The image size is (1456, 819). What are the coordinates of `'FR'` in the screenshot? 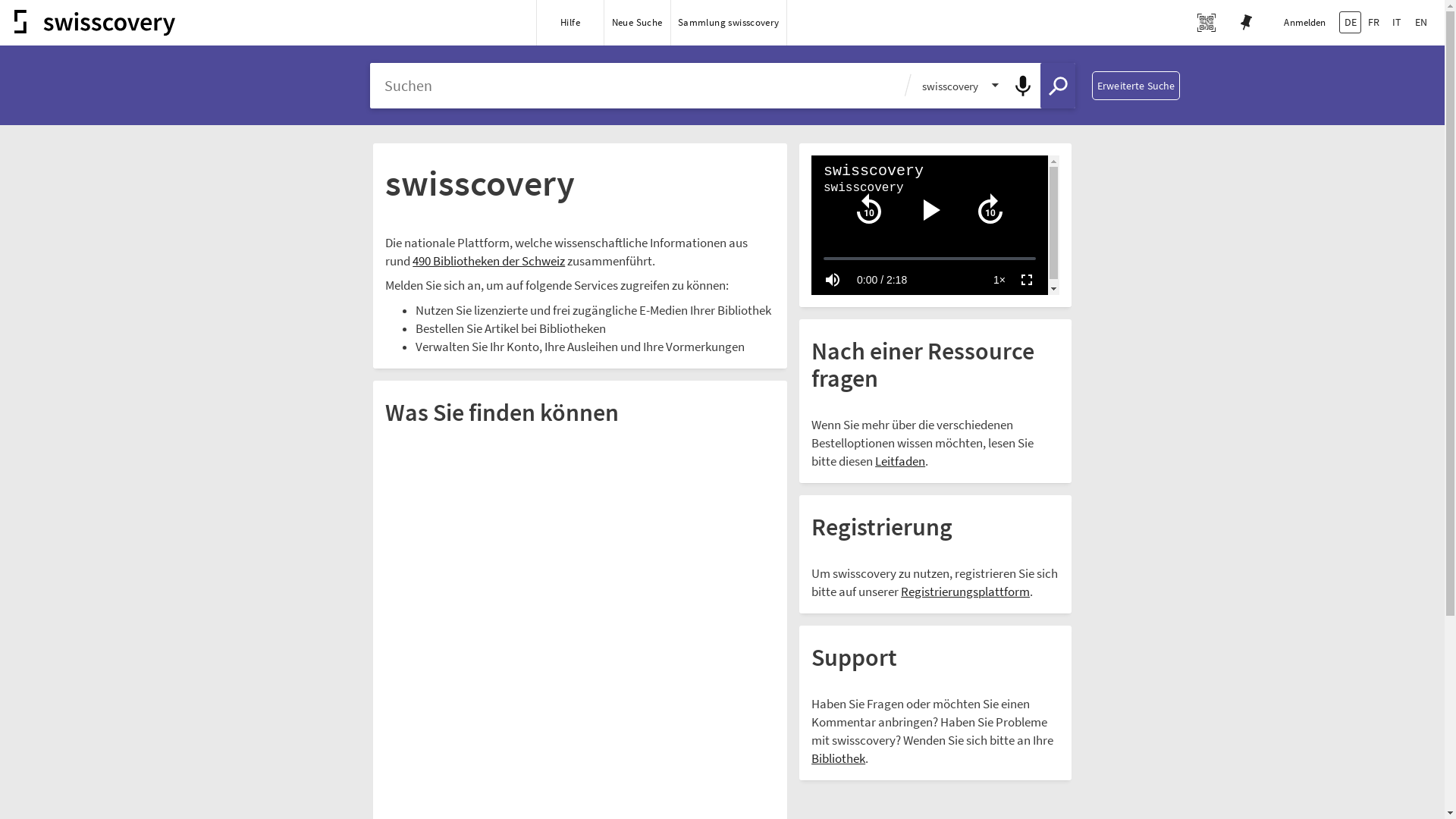 It's located at (1373, 22).